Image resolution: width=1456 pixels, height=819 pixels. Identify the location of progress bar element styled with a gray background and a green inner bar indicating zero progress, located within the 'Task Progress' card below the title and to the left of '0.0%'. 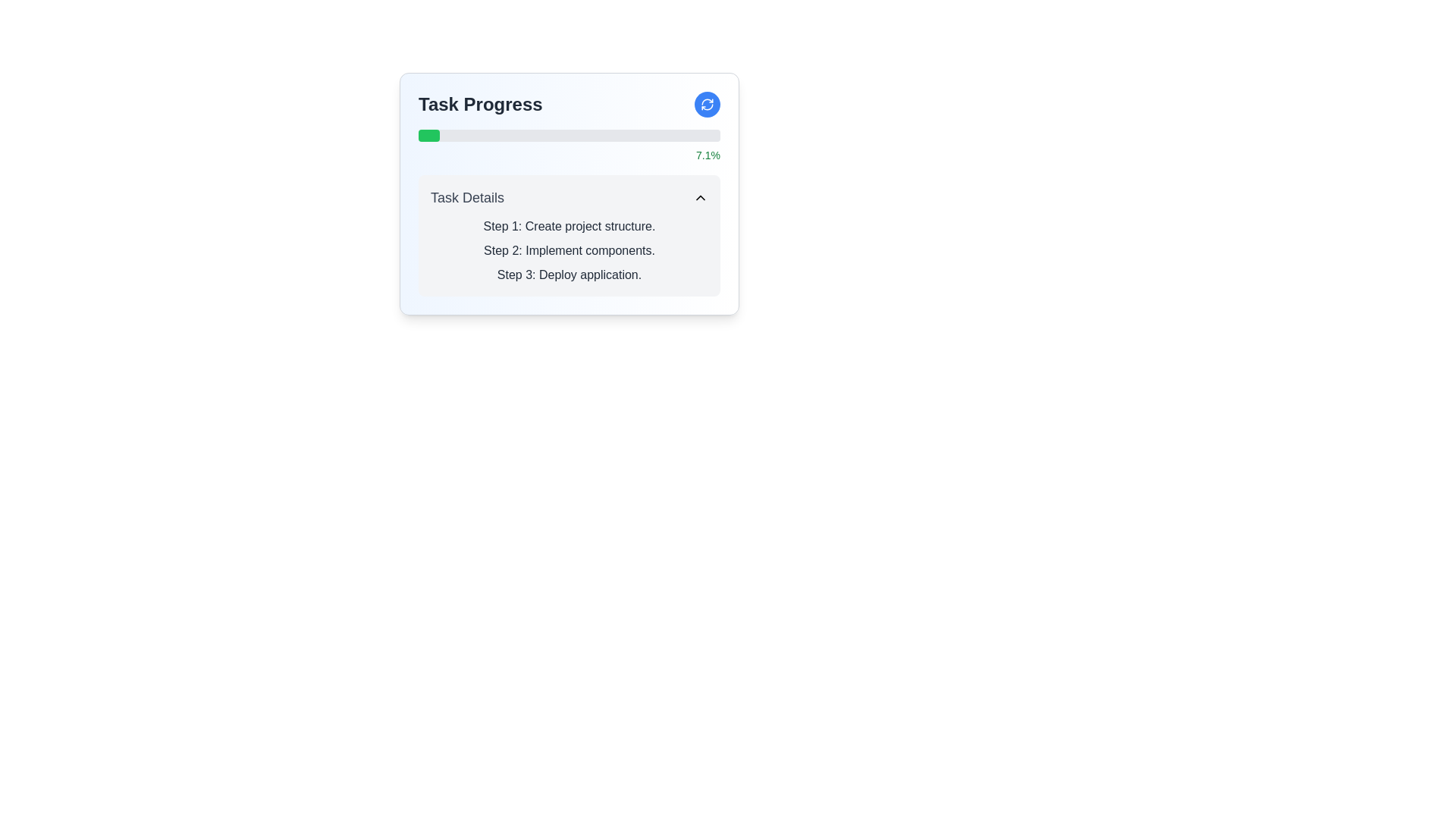
(568, 134).